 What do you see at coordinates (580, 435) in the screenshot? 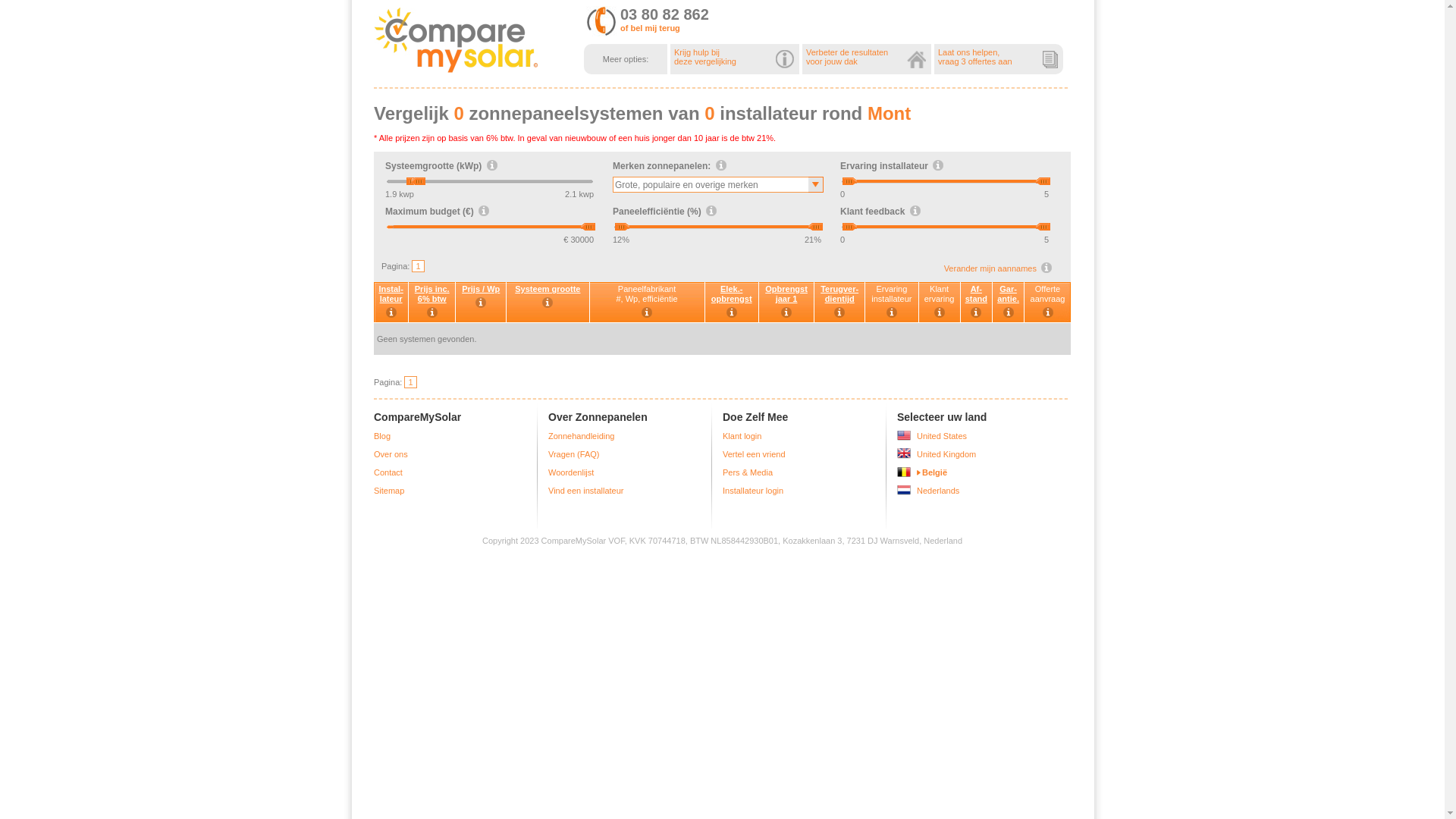
I see `'Zonnehandleiding'` at bounding box center [580, 435].